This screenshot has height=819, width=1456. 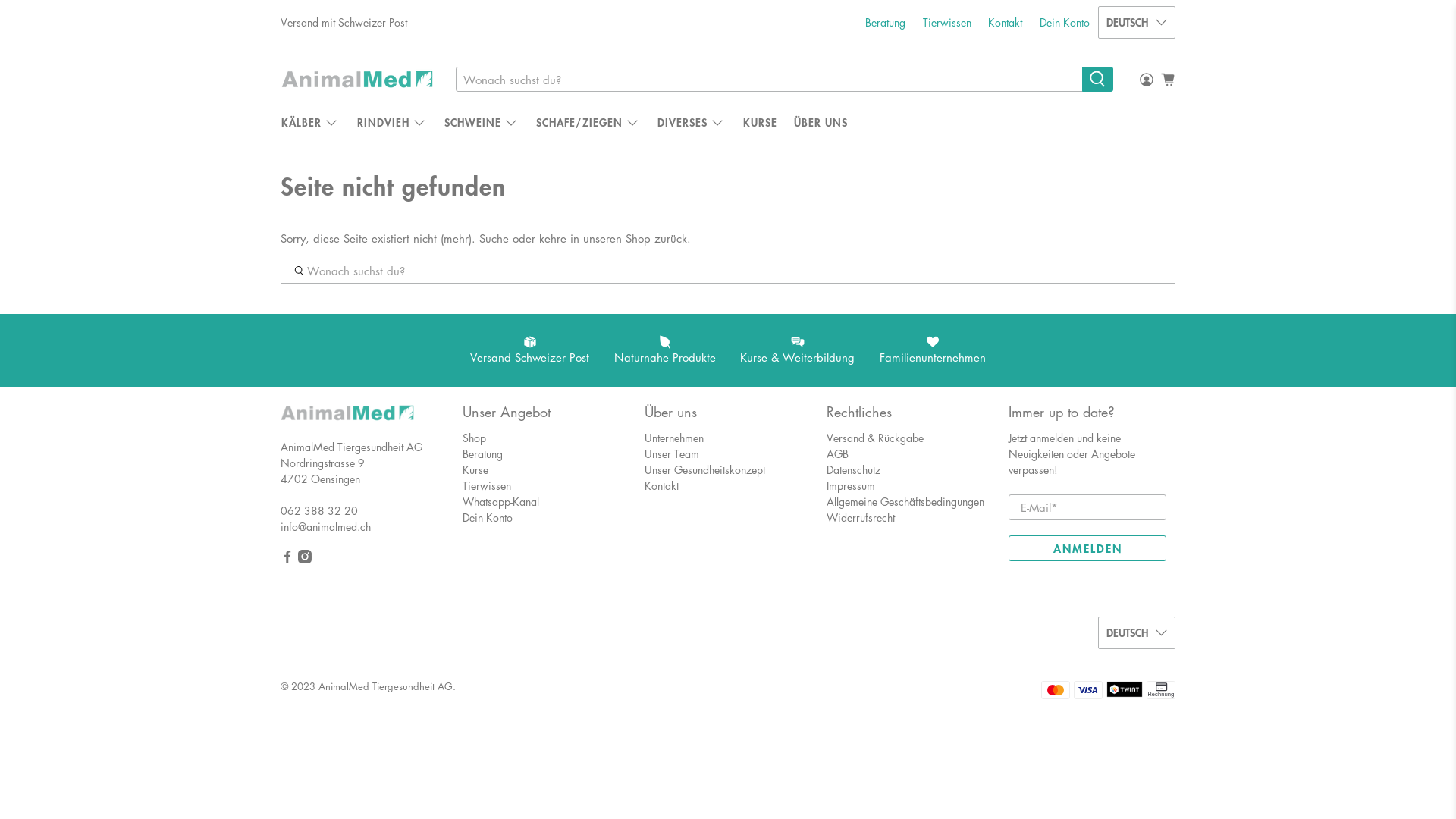 What do you see at coordinates (691, 121) in the screenshot?
I see `'DIVERSES'` at bounding box center [691, 121].